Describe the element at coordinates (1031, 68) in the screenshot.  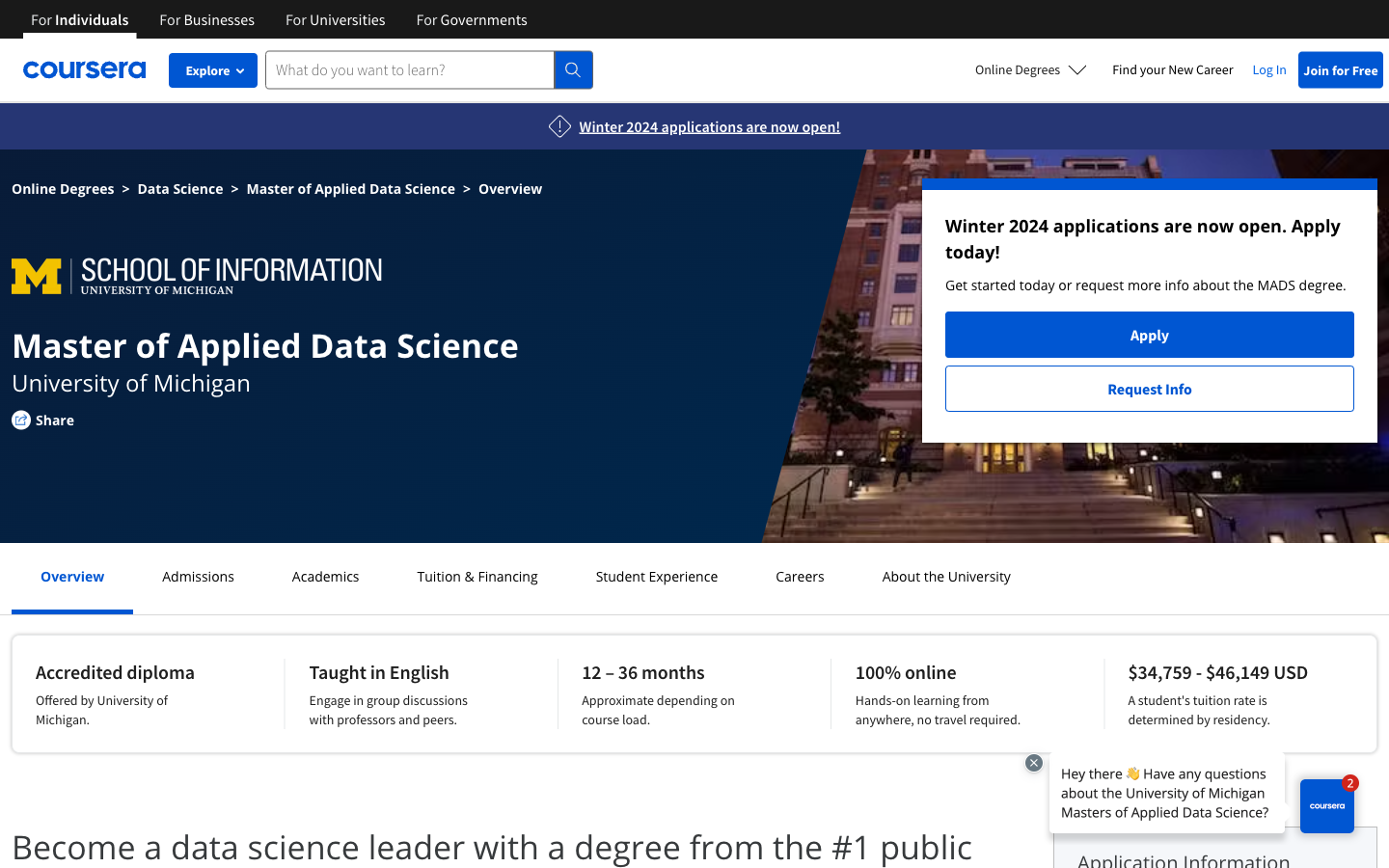
I see `Evaluate all distance education degree courses` at that location.